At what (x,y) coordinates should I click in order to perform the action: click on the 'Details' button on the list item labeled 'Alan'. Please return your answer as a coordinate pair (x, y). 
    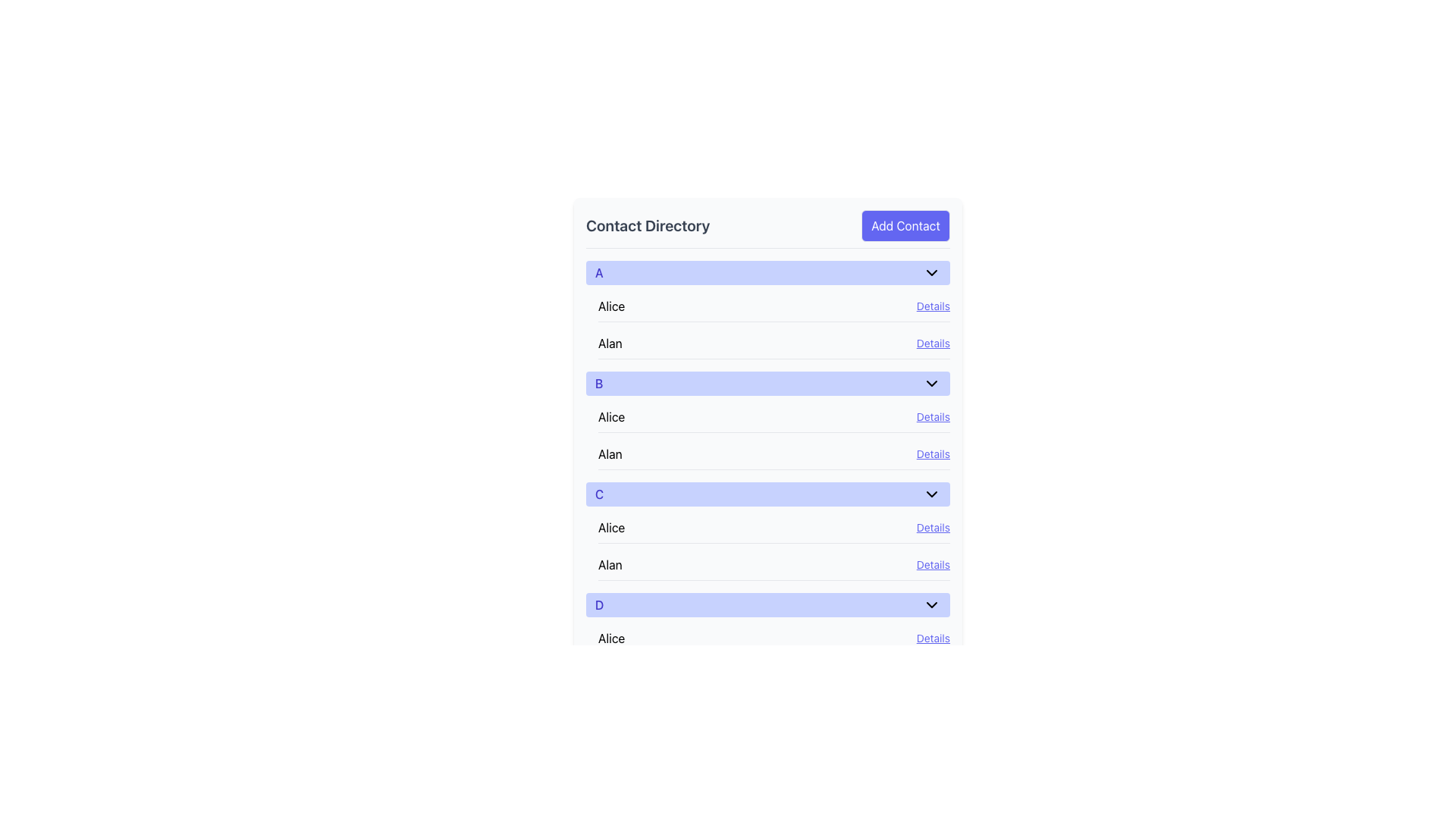
    Looking at the image, I should click on (774, 564).